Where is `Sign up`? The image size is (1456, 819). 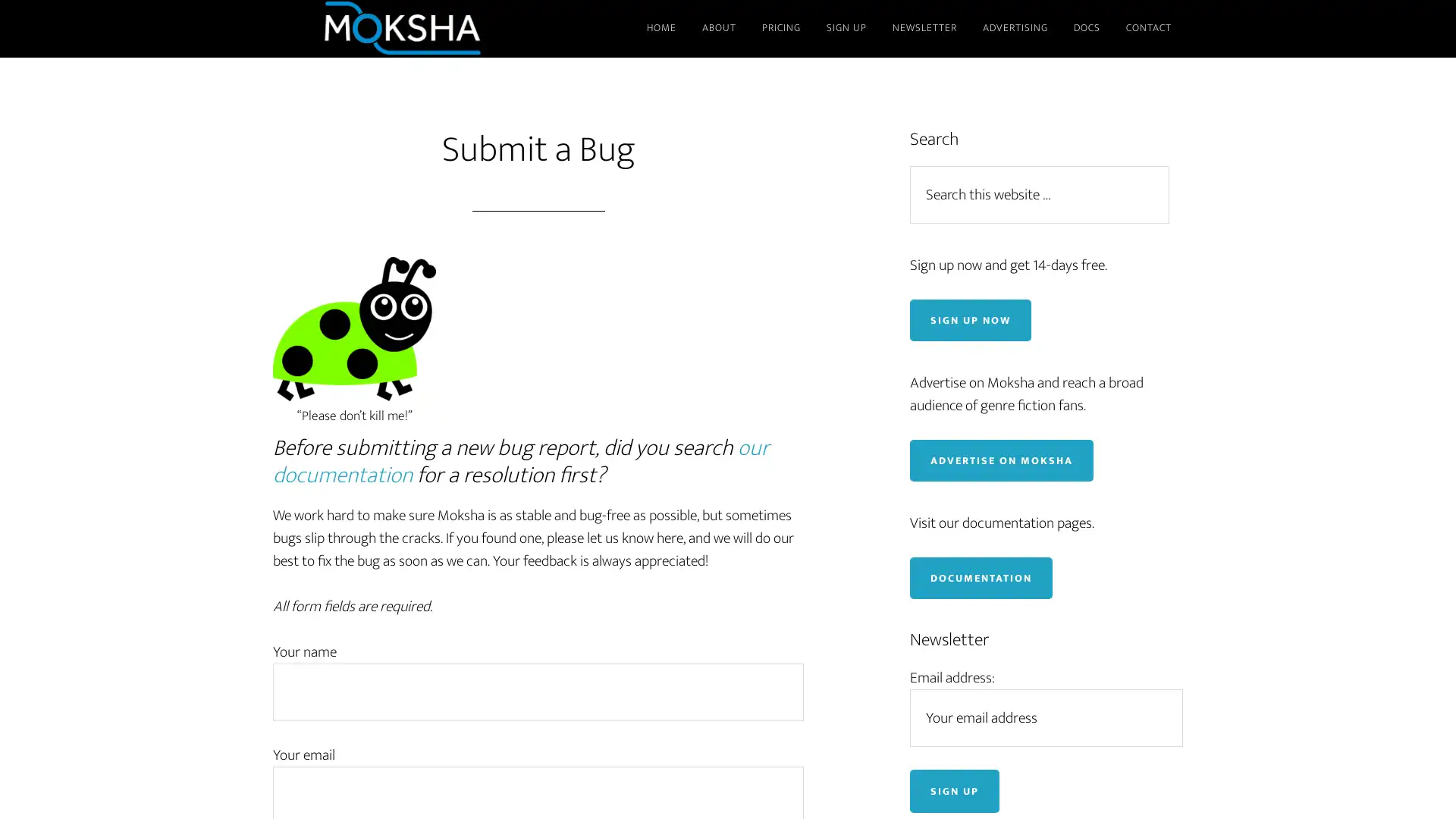
Sign up is located at coordinates (953, 789).